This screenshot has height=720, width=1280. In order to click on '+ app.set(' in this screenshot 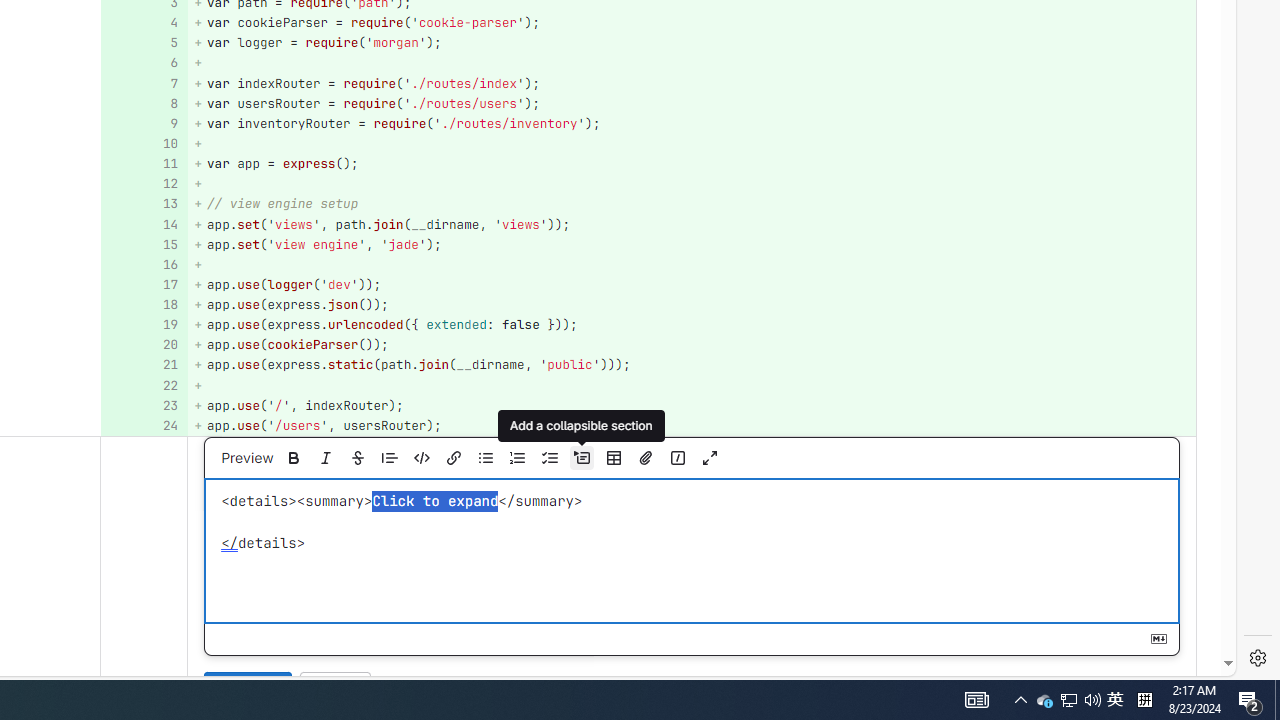, I will do `click(691, 243)`.